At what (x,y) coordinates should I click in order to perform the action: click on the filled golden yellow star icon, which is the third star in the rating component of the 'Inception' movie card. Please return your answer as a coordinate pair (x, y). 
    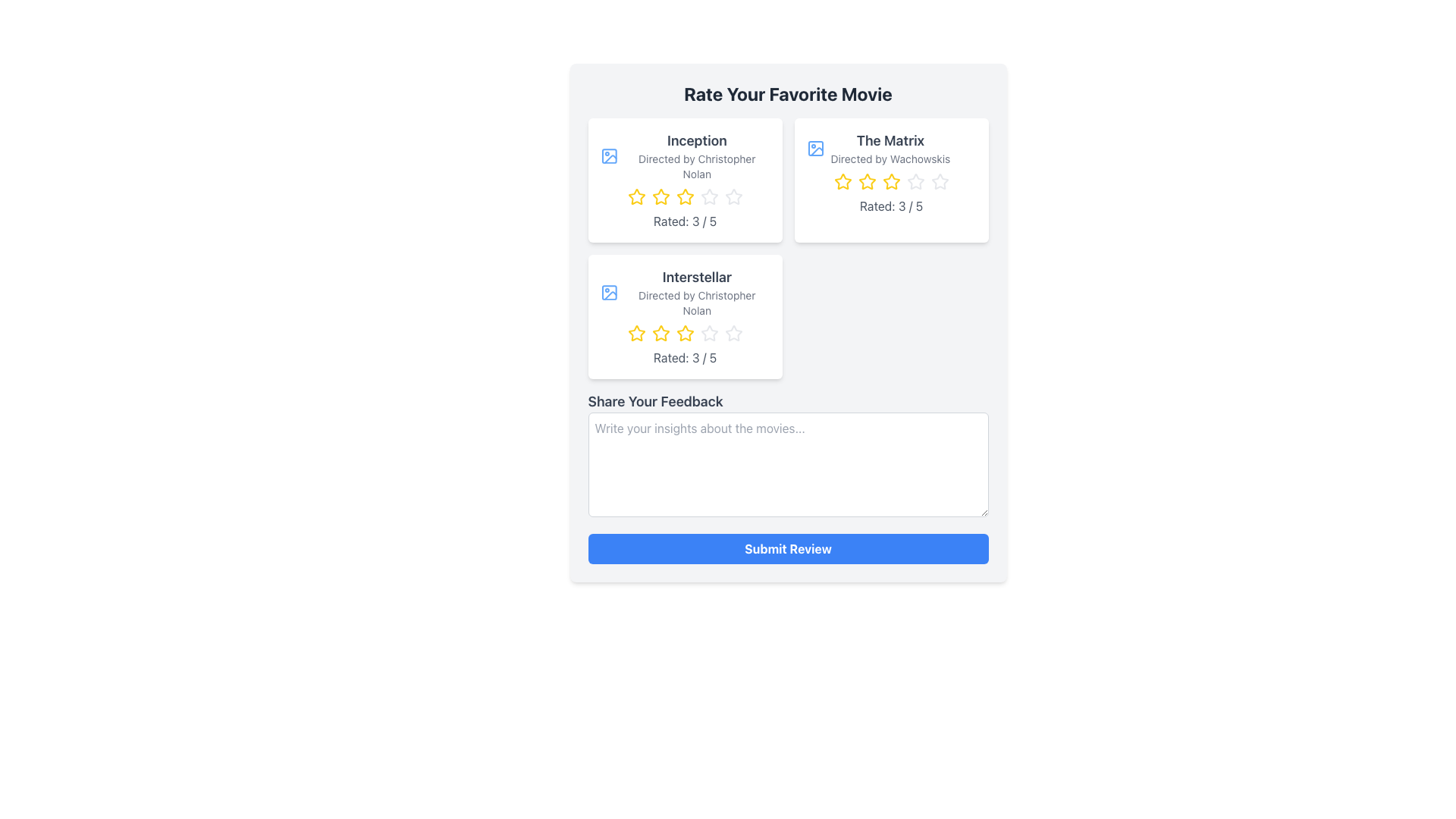
    Looking at the image, I should click on (684, 196).